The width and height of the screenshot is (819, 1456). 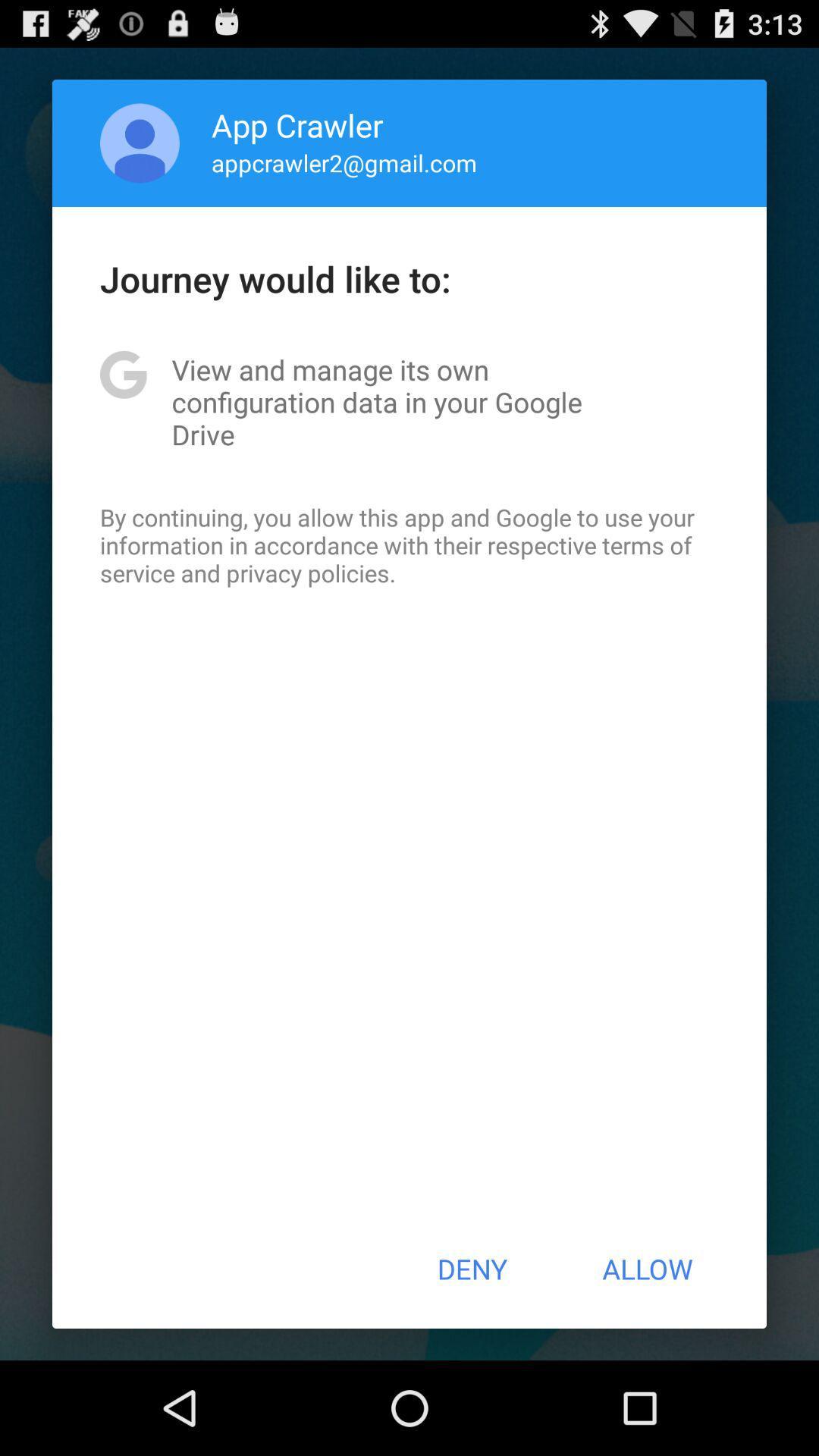 I want to click on app below journey would like app, so click(x=409, y=402).